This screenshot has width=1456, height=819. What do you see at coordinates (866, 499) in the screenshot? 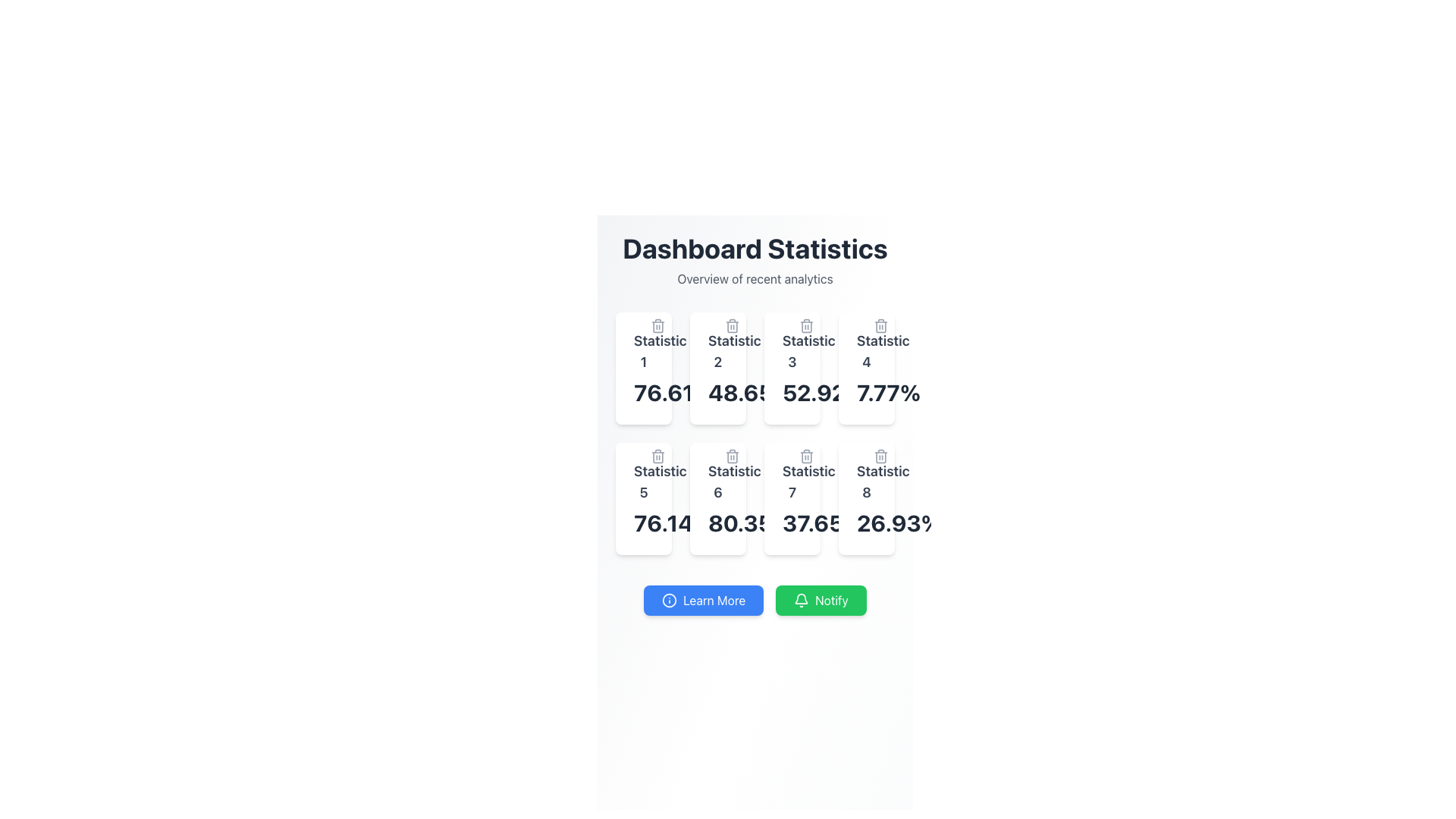
I see `the Informational card titled 'Statistic 8' that displays '26.93%' in the second row, fourth column of the grid` at bounding box center [866, 499].